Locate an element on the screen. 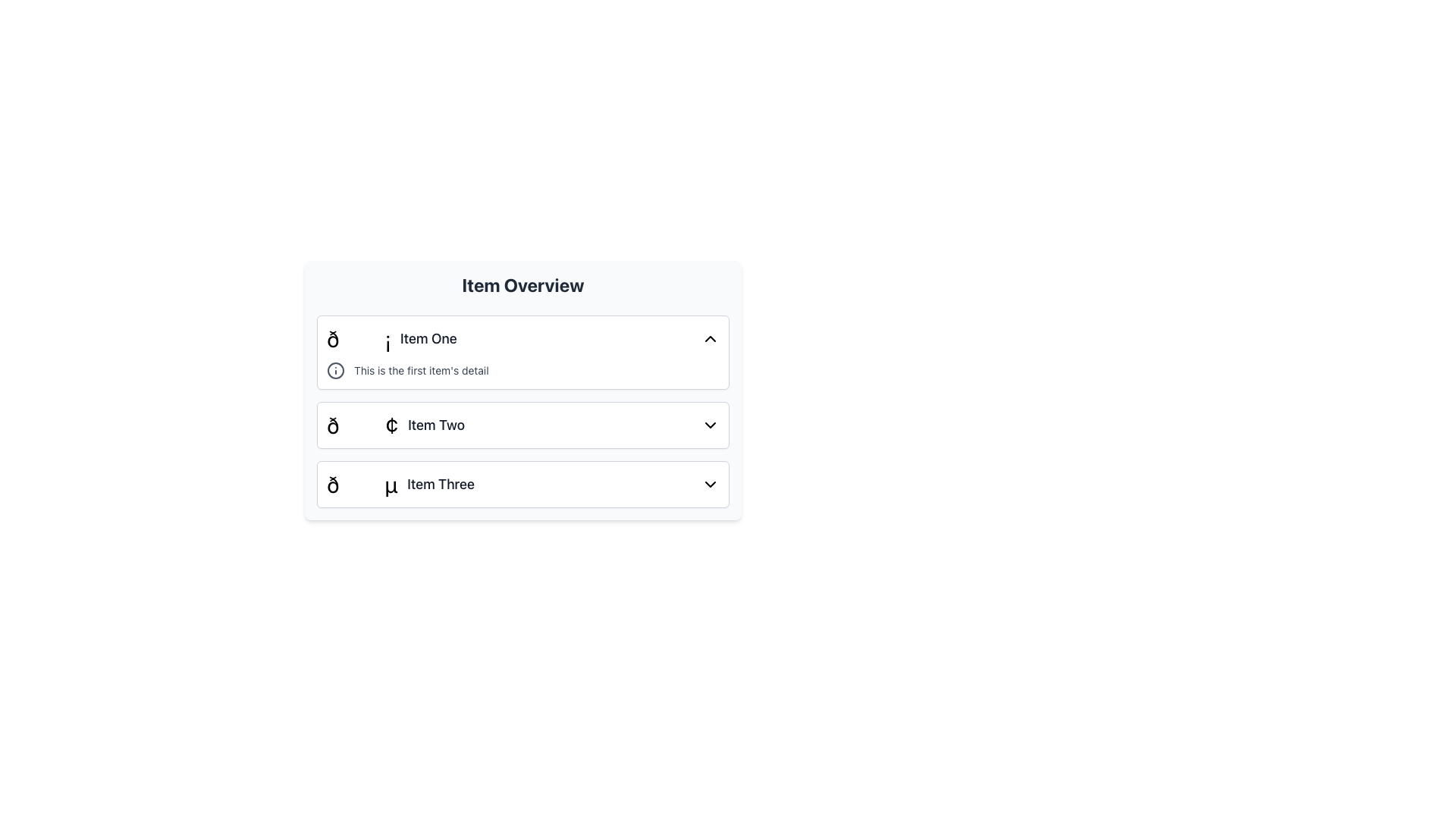 The width and height of the screenshot is (1456, 819). the Collapsible List Item labeled 'Item Two', which is the second entry in the vertical list is located at coordinates (523, 425).